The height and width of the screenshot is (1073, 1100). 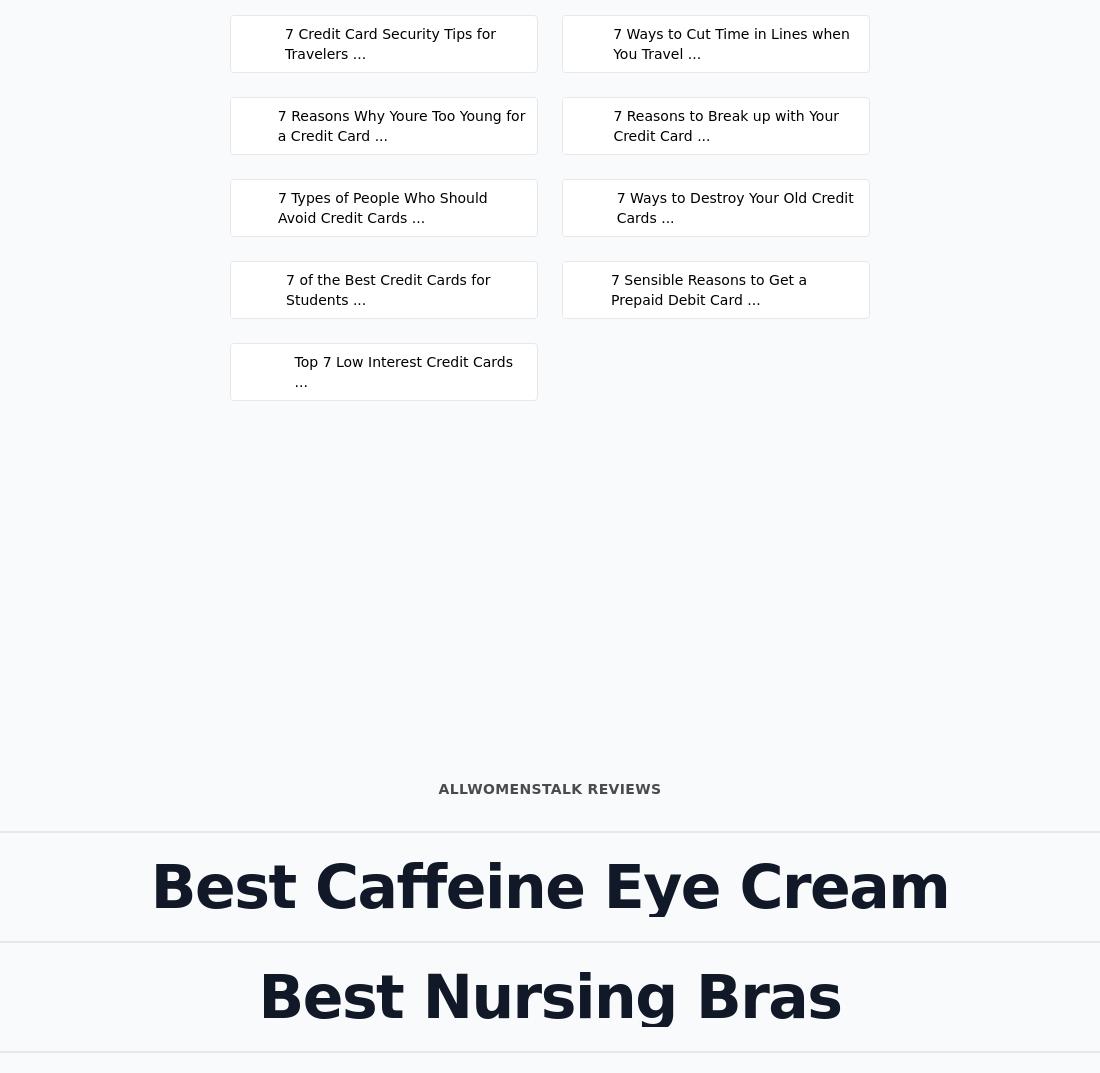 What do you see at coordinates (733, 207) in the screenshot?
I see `'7 Ways to Destroy Your Old Credit Cards ...'` at bounding box center [733, 207].